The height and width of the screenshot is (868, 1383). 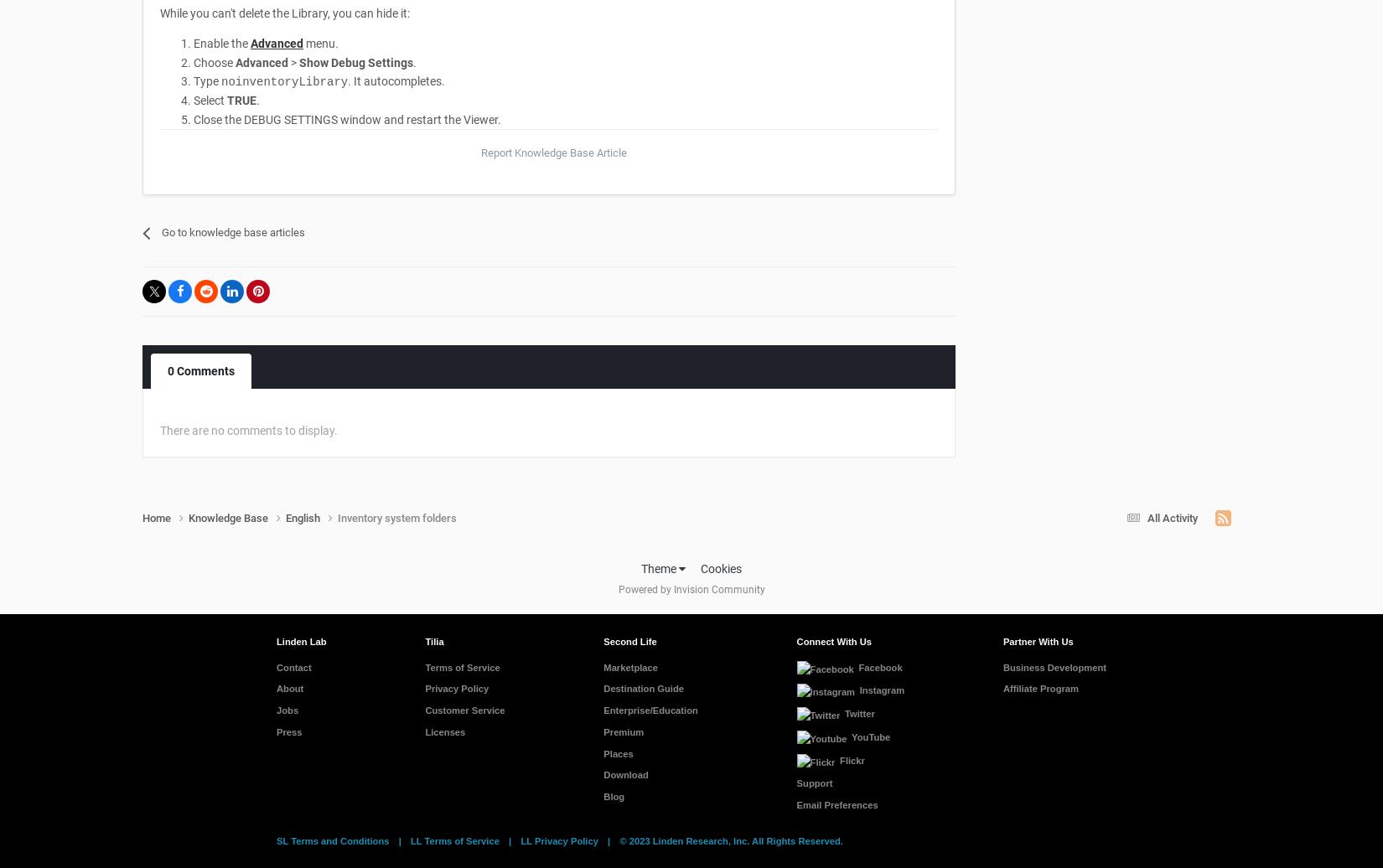 I want to click on '. It autocompletes.', so click(x=396, y=80).